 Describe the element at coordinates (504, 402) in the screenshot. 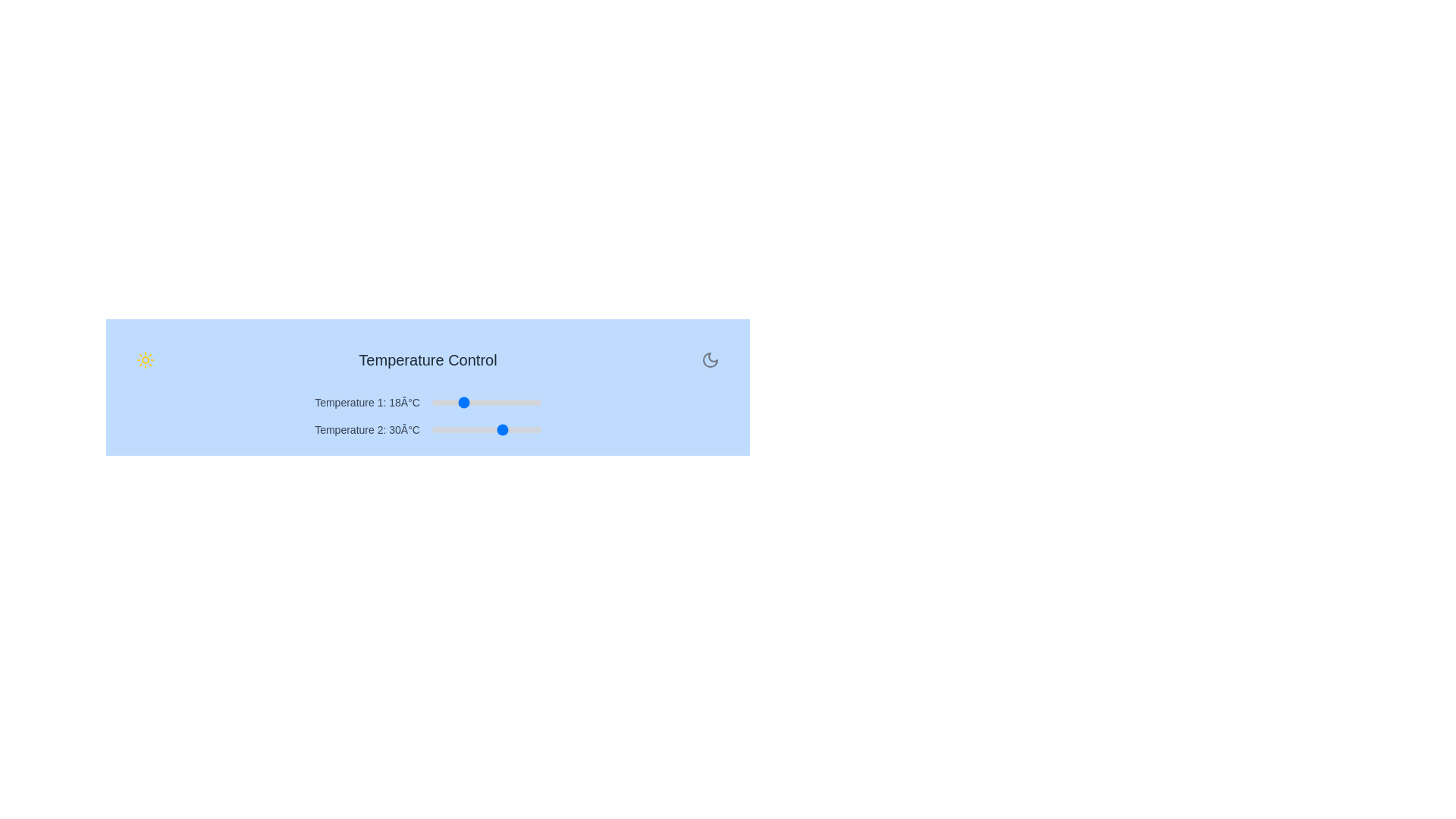

I see `the temperature` at that location.